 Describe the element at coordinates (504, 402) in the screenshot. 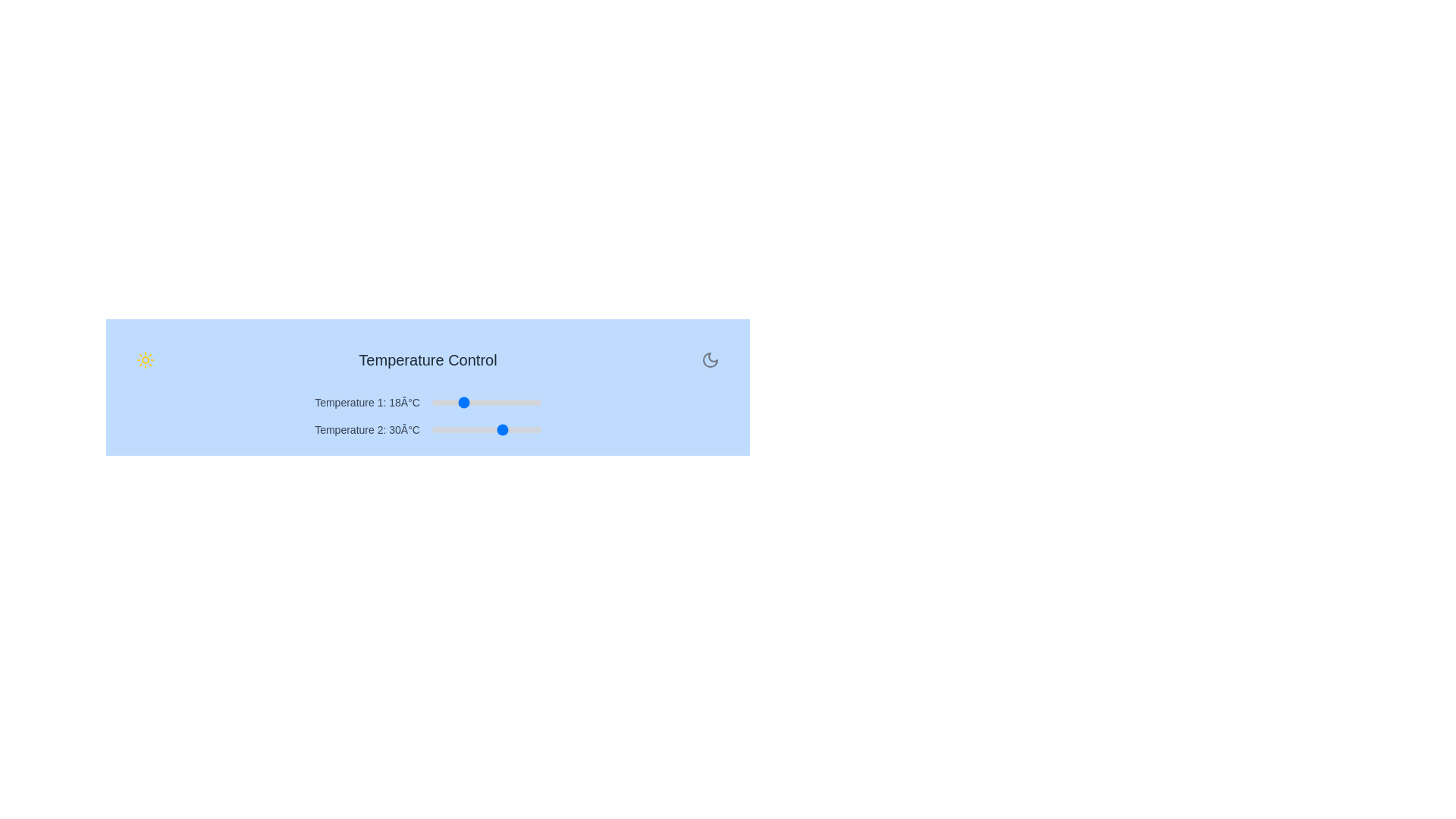

I see `the temperature` at that location.